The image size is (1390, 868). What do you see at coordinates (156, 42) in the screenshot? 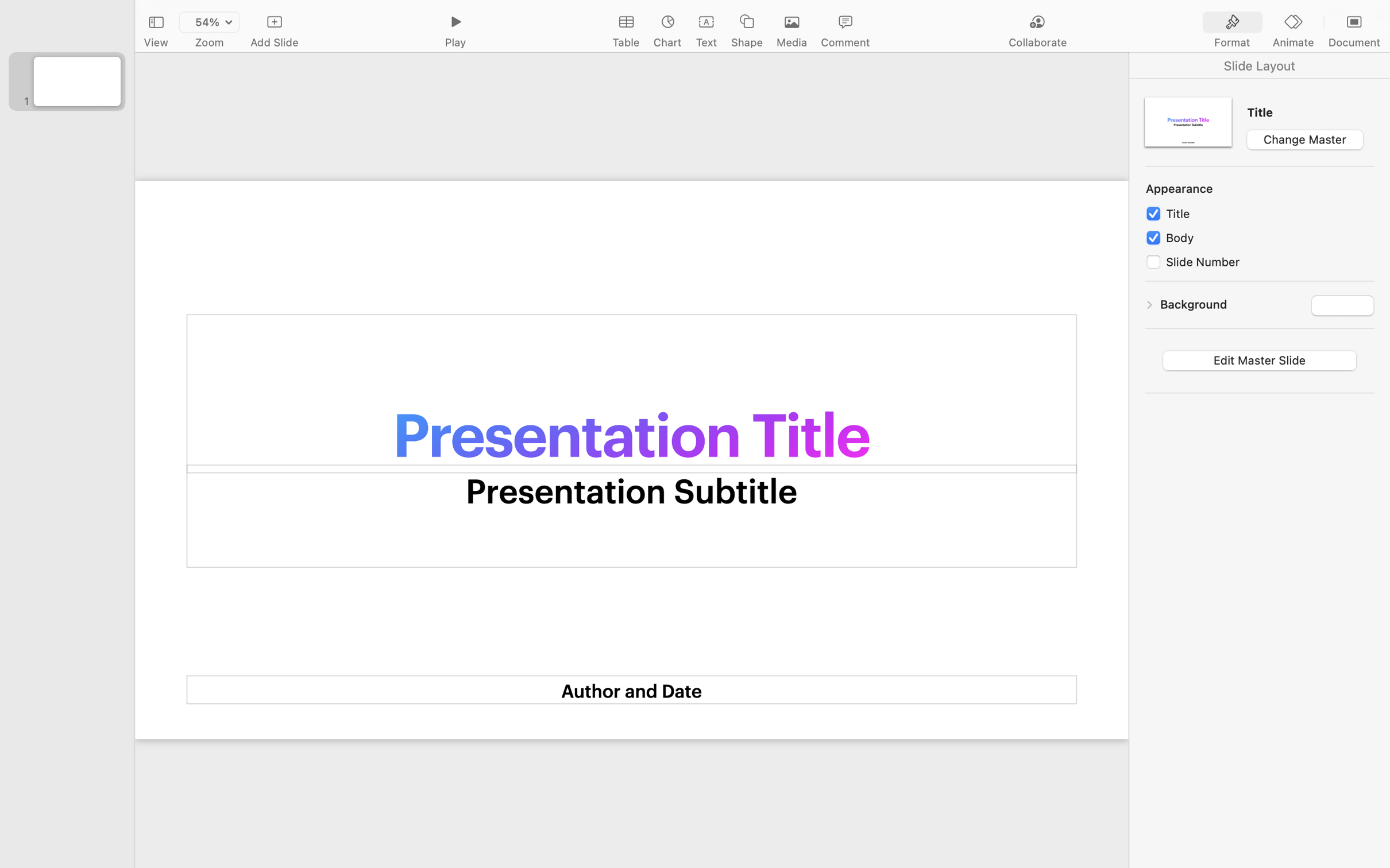
I see `'View'` at bounding box center [156, 42].